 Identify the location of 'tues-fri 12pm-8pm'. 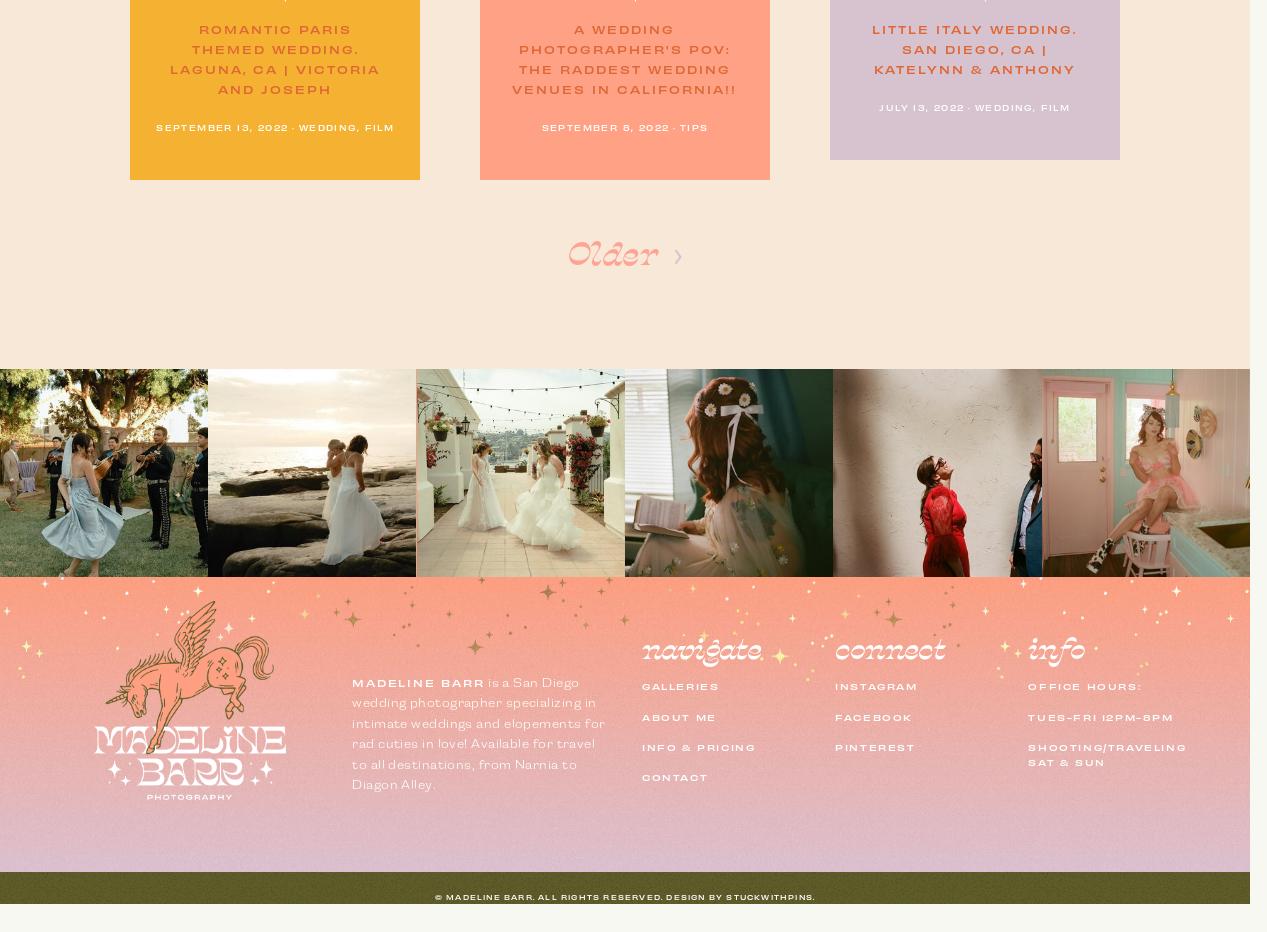
(1028, 714).